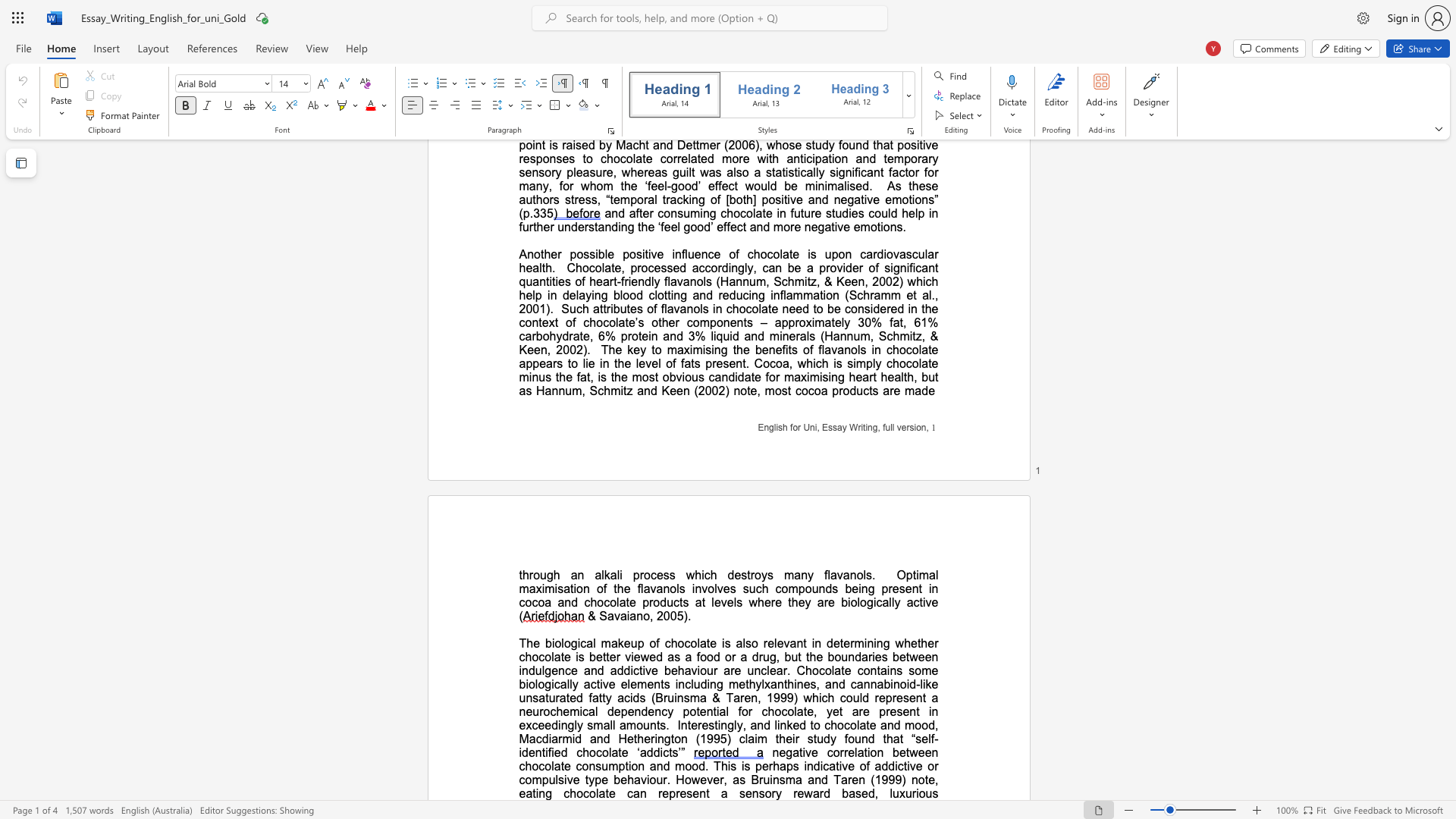 The width and height of the screenshot is (1456, 819). Describe the element at coordinates (519, 792) in the screenshot. I see `the subset text "eating chocolate" within the text "of addictive or compulsive type behaviour. However, as Bruinsma and Taren (1999) note, eating chocolate can"` at that location.